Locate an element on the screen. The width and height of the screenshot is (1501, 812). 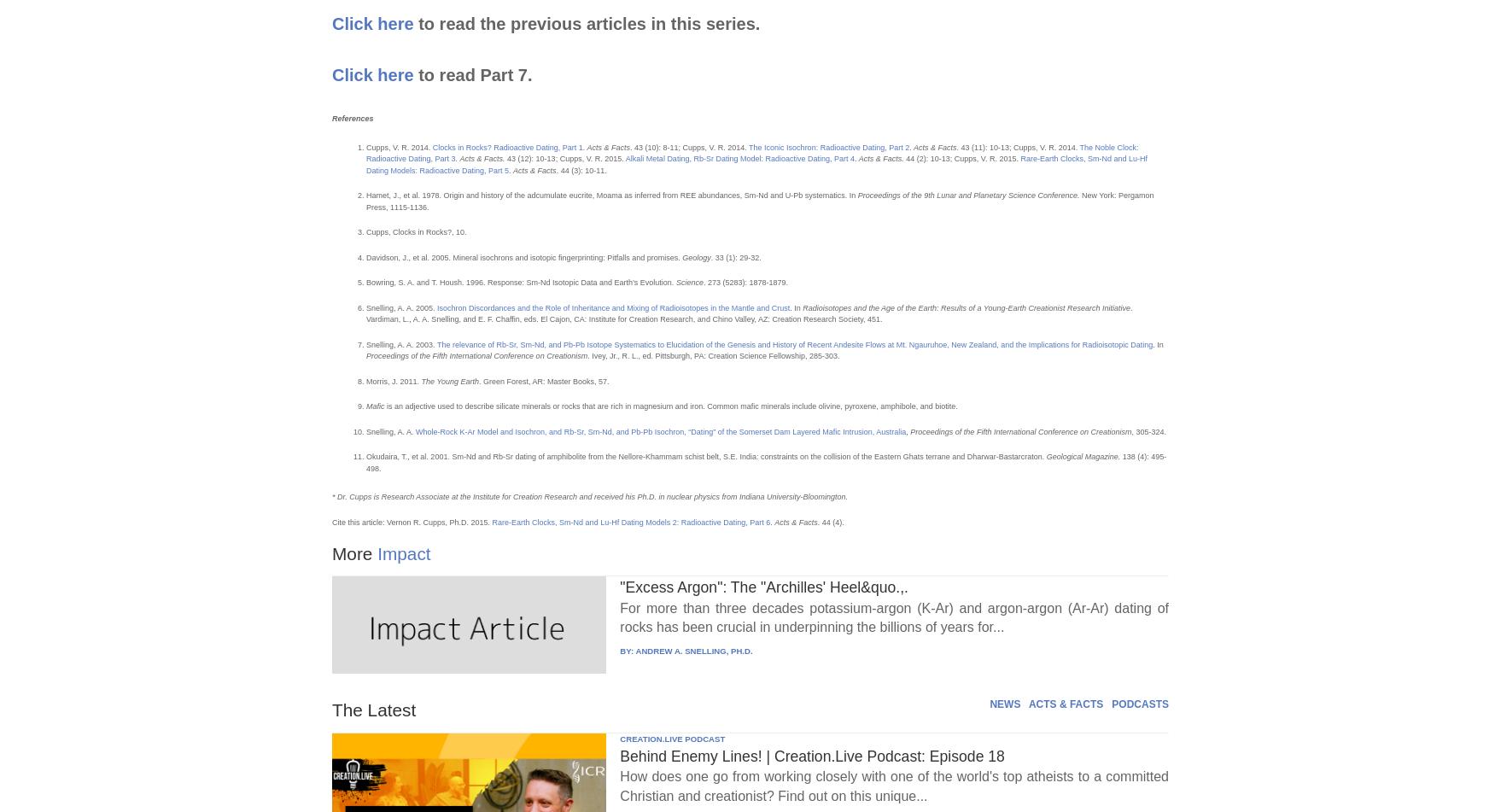
'The Noble Clock: Radioactive Dating, Part 3' is located at coordinates (365, 152).